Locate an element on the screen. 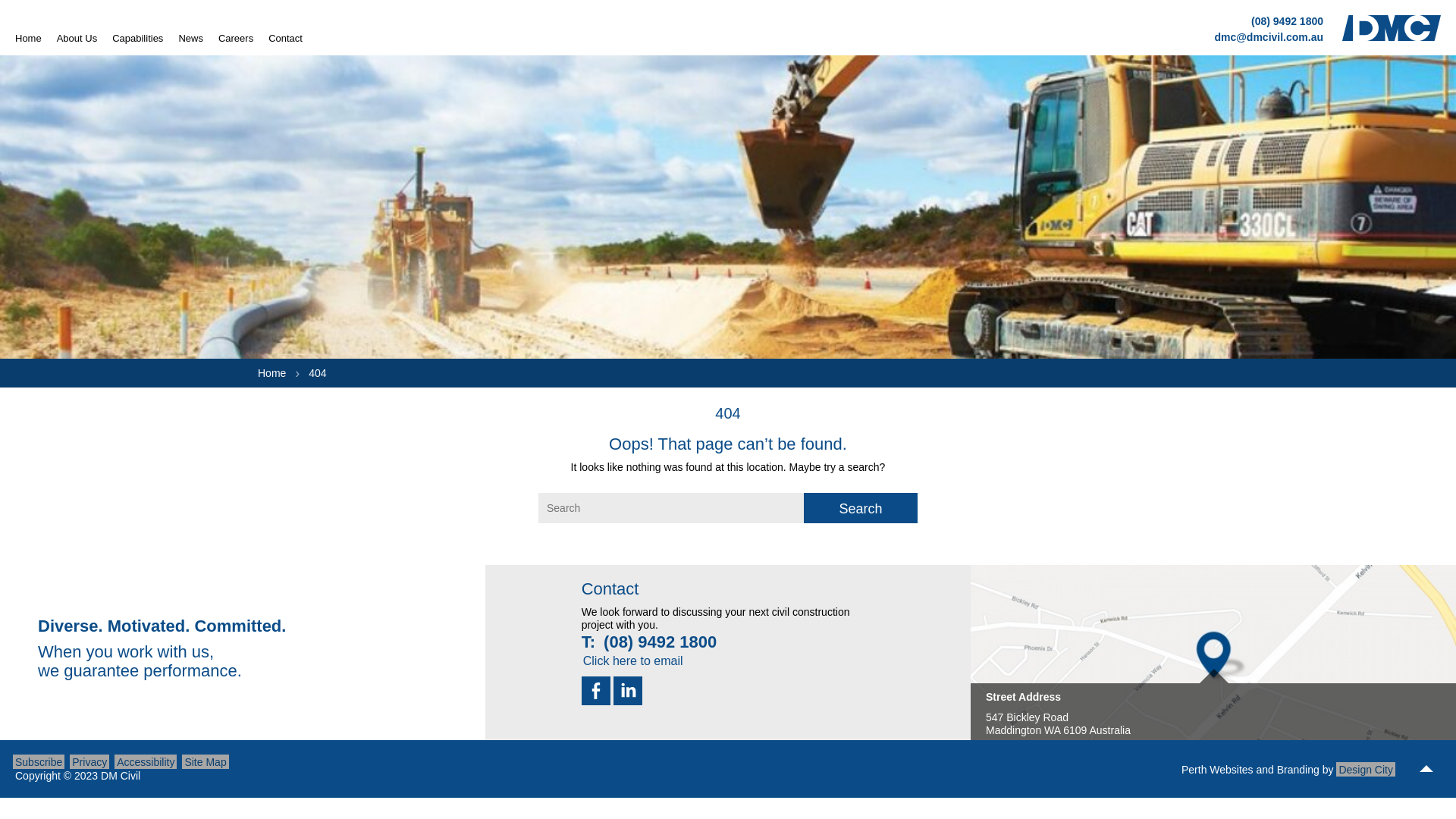 This screenshot has height=819, width=1456. 'Site Map' is located at coordinates (204, 761).